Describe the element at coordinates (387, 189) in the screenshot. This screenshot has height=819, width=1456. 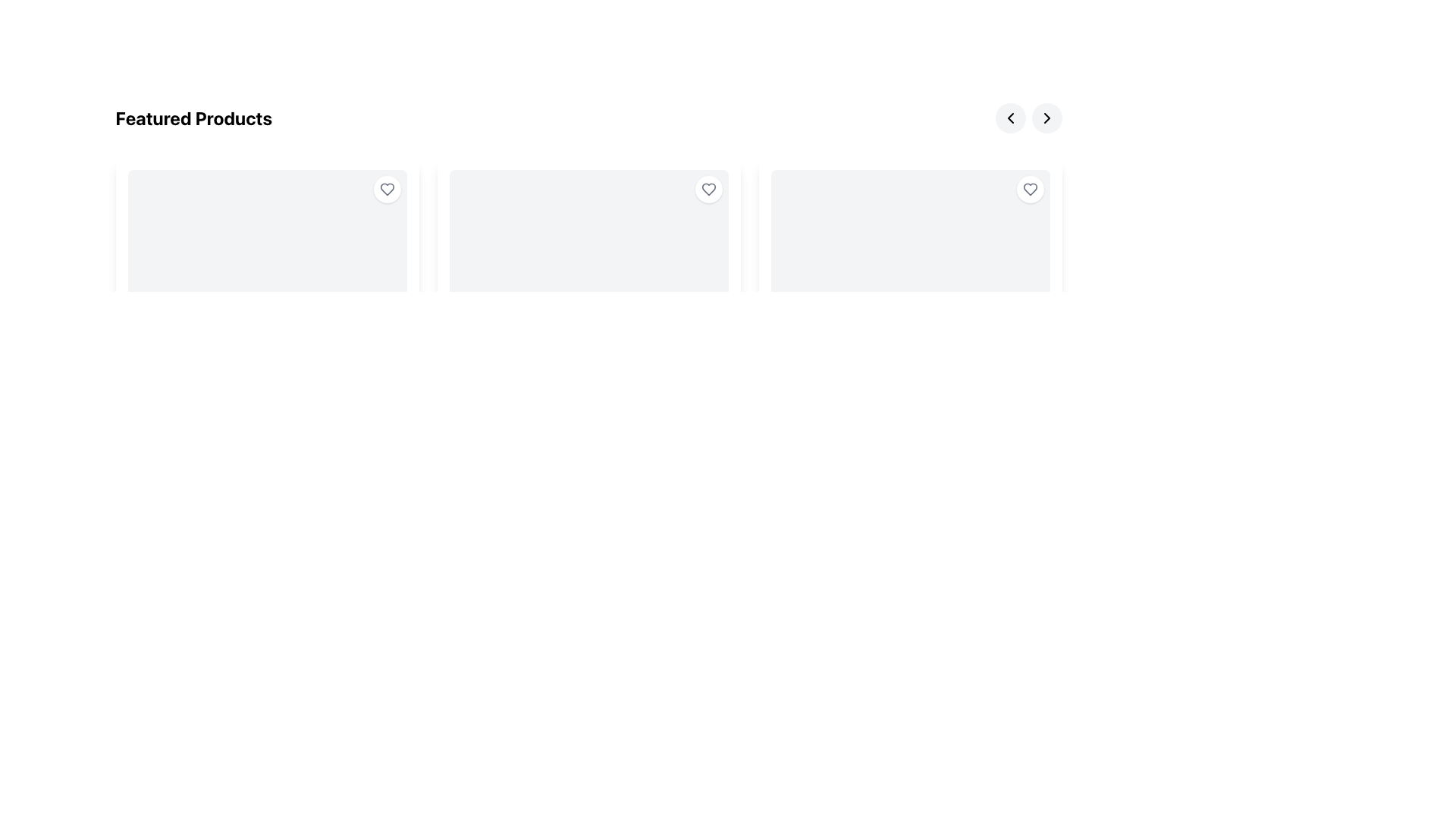
I see `the heart icon in the top-right corner of the first card under the 'Featured Products' section` at that location.